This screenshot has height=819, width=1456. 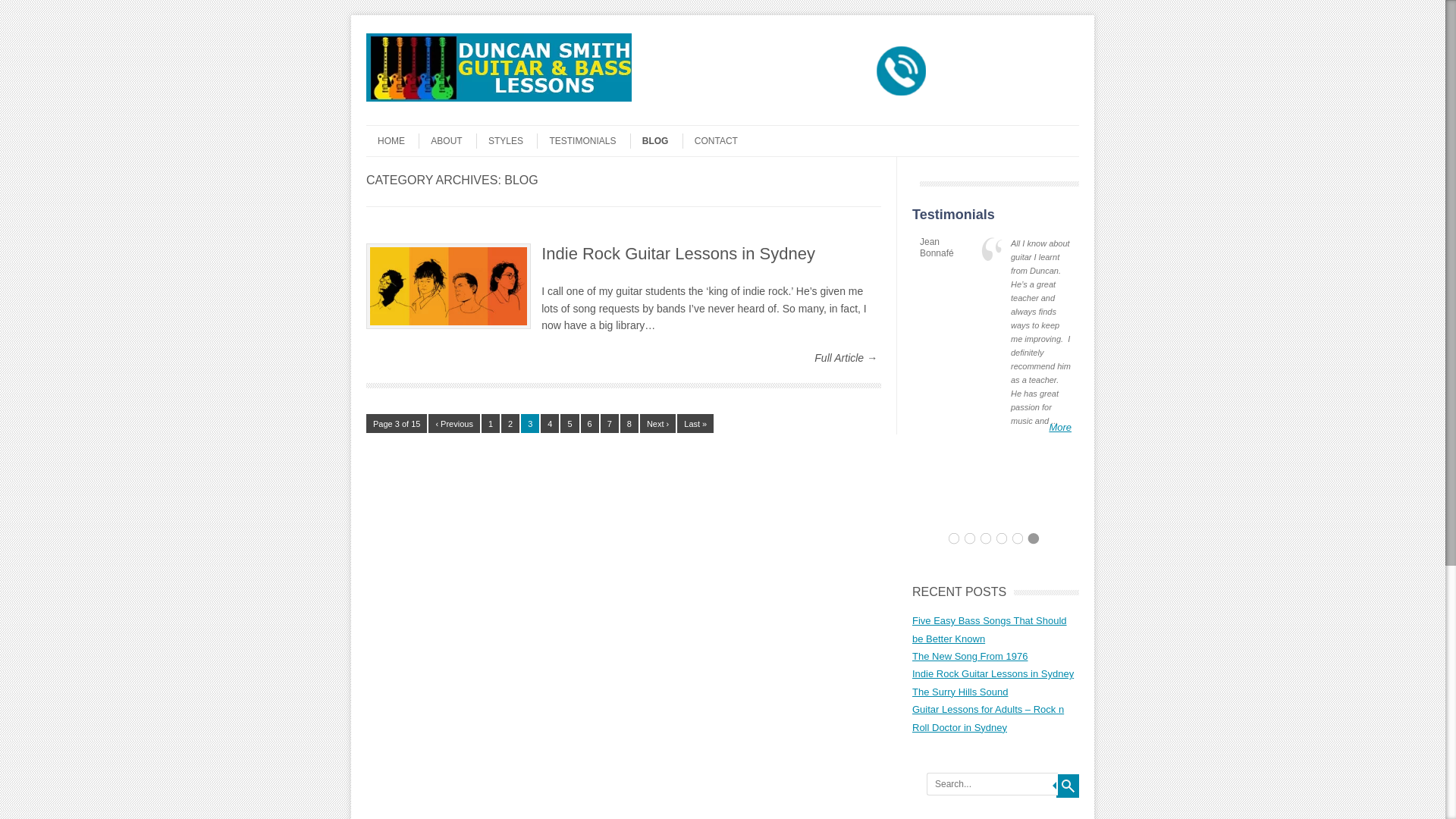 I want to click on 'The Surry Hills Sound', so click(x=959, y=692).